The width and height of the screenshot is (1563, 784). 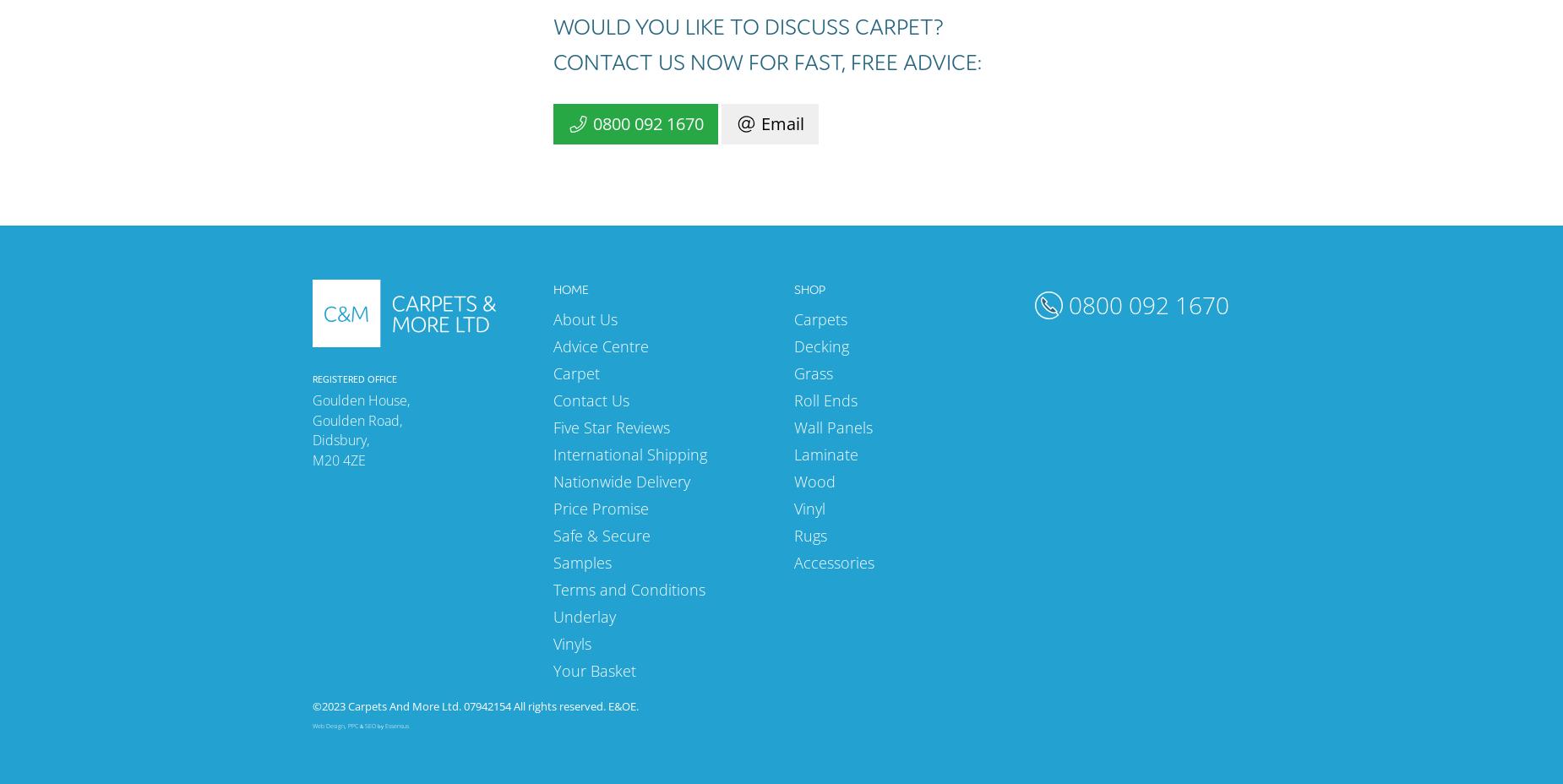 I want to click on 'Carpets', so click(x=820, y=318).